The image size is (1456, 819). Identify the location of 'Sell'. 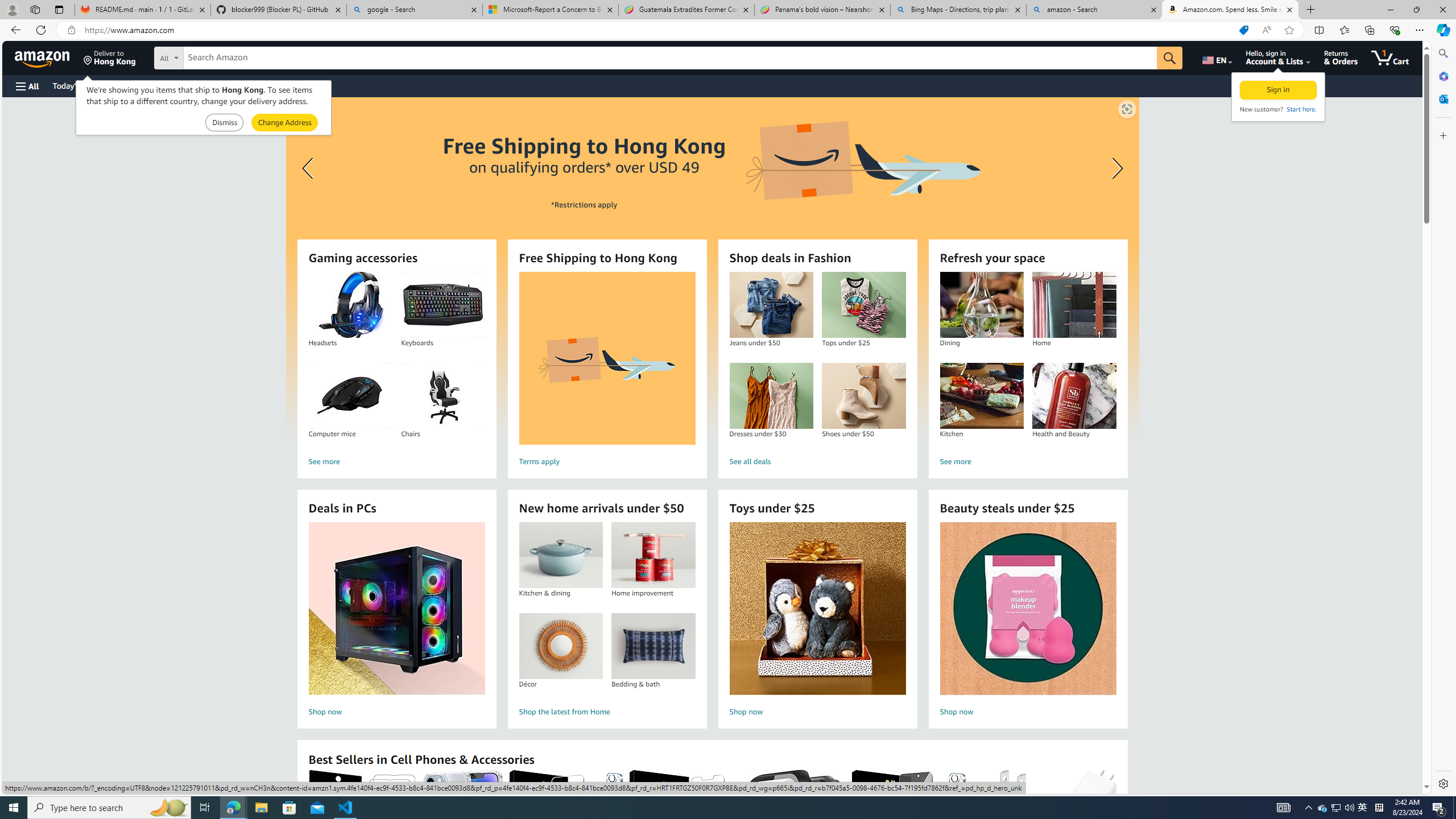
(289, 85).